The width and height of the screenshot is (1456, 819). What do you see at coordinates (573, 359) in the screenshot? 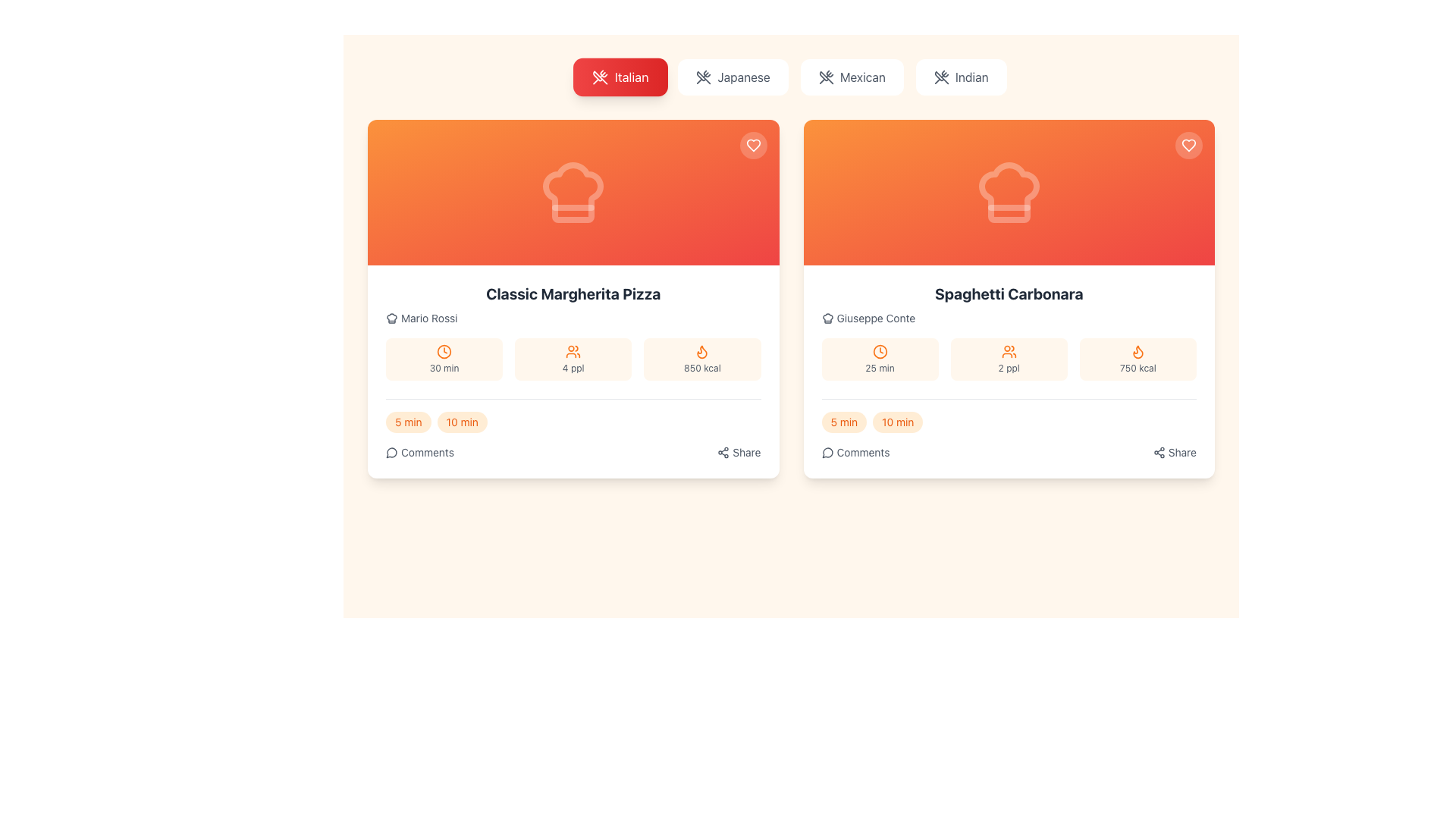
I see `summarized details about the 'Classic Margherita Pizza' recipe from the Summary Details Section, which includes preparation time, servings, and caloric count` at bounding box center [573, 359].